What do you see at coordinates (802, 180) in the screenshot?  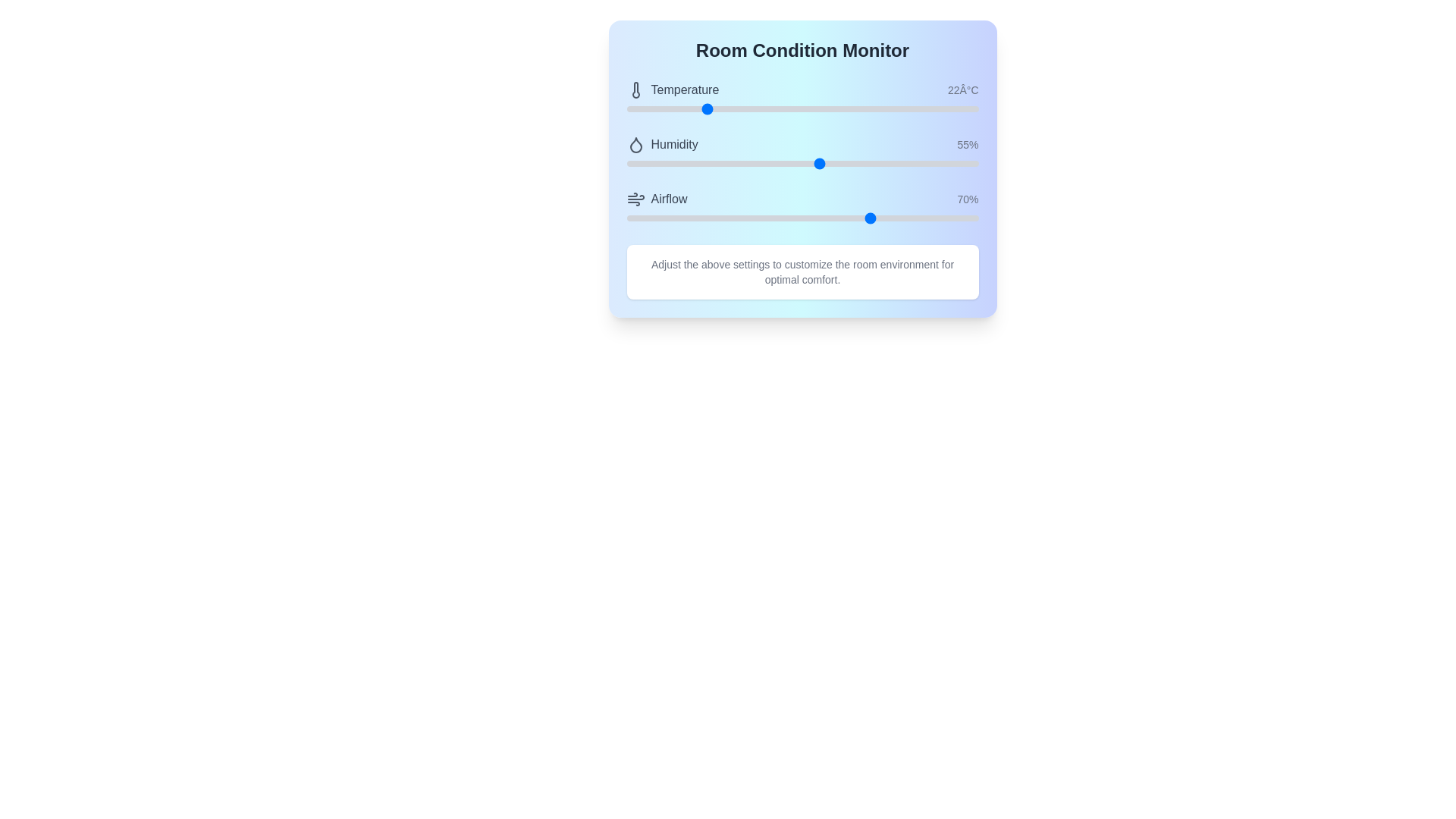 I see `the interactive panel or dashboard that features controls for monitoring and adjusting room conditions such as temperature, humidity, and airflow to adjust the sliders` at bounding box center [802, 180].